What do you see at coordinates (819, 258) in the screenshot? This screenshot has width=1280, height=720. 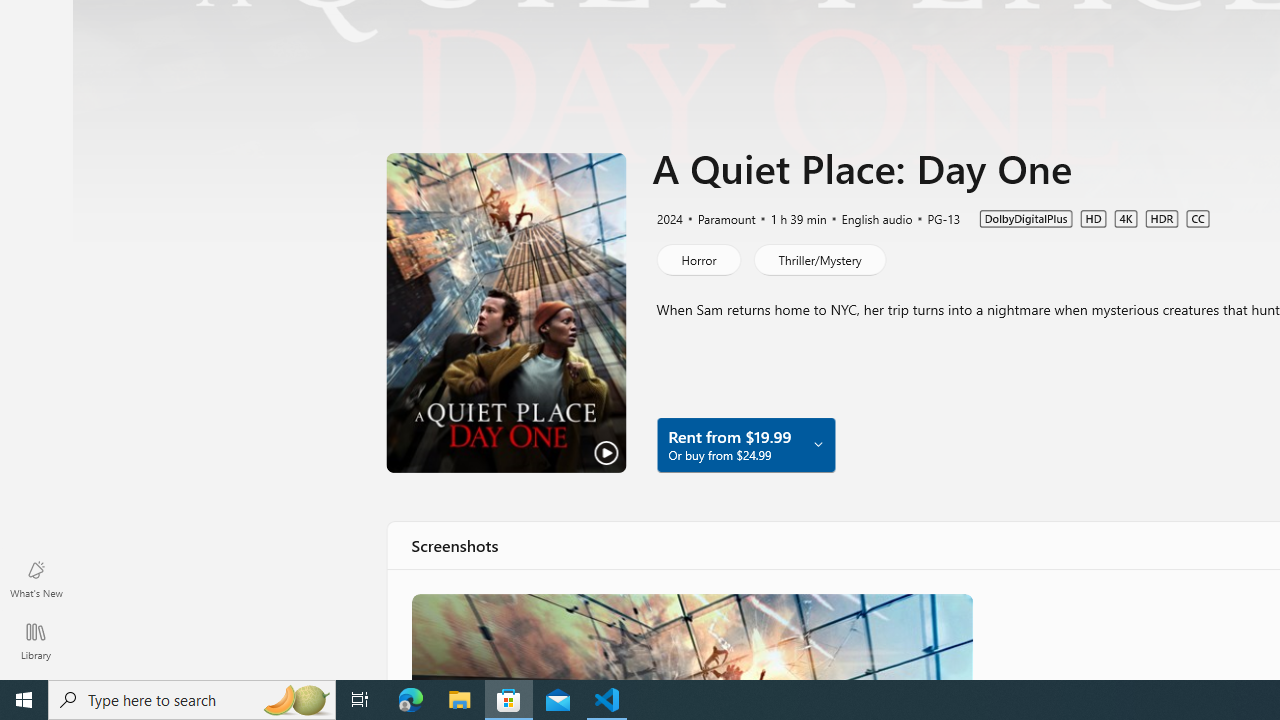 I see `'Thriller/Mystery'` at bounding box center [819, 258].